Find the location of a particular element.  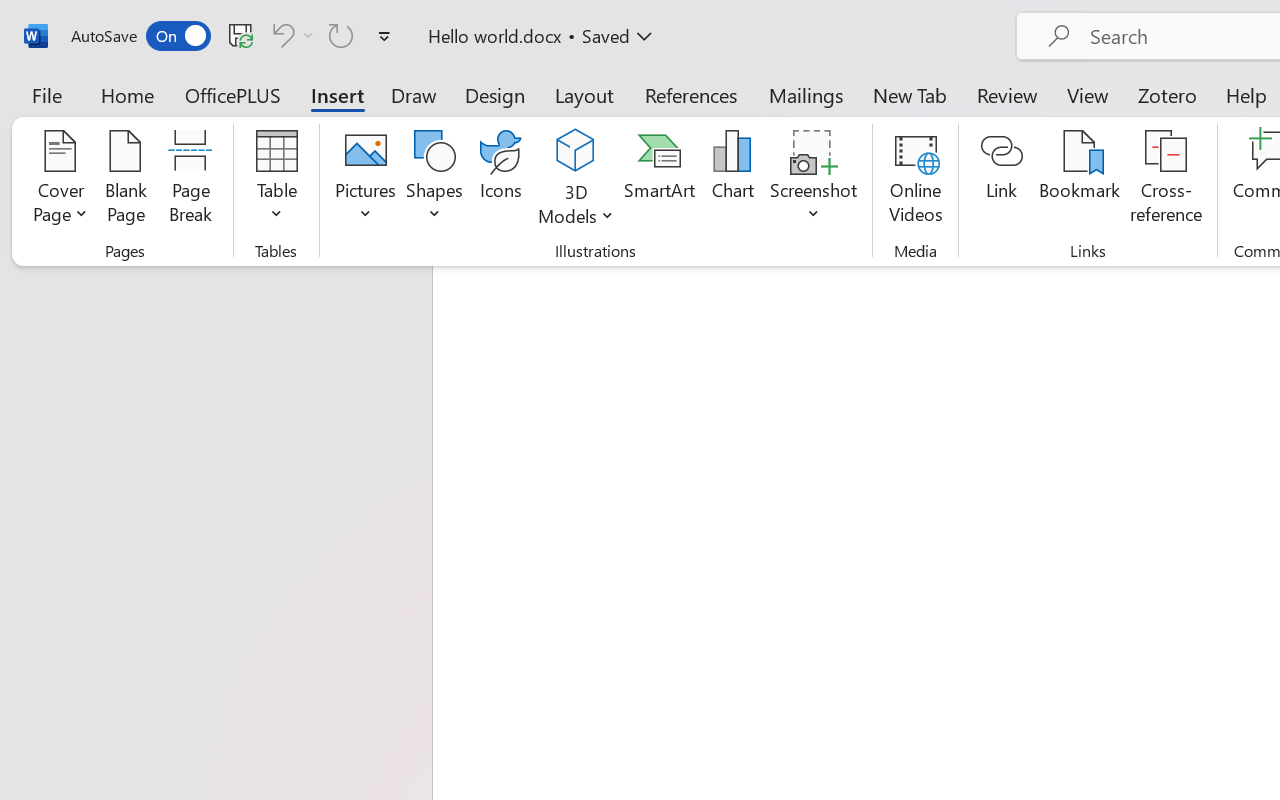

'Can' is located at coordinates (279, 34).